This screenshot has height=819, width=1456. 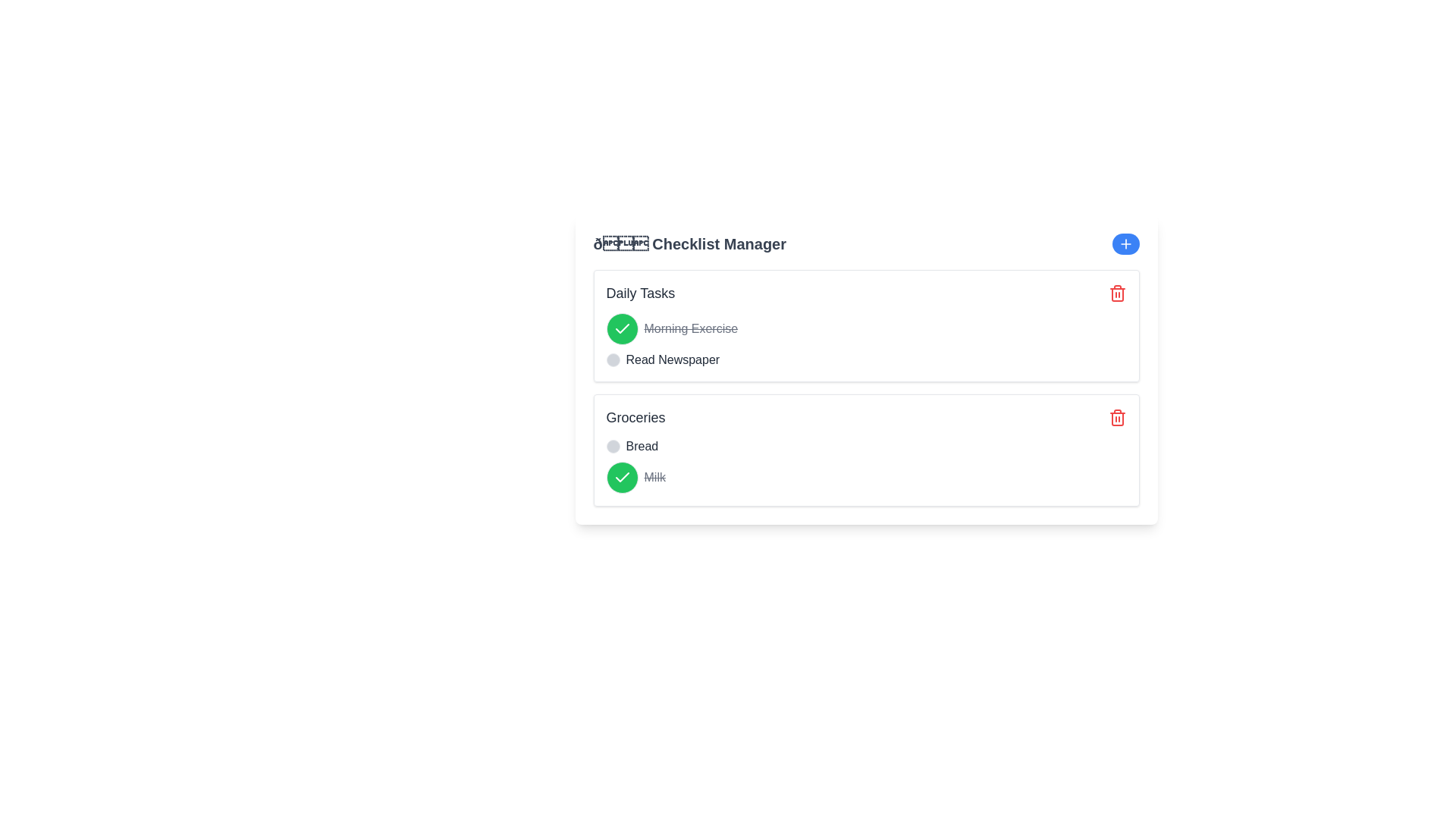 What do you see at coordinates (1125, 243) in the screenshot?
I see `the blue circular icon with a white plus symbol located at the top-right corner of the 'Checklist Manager' interface` at bounding box center [1125, 243].